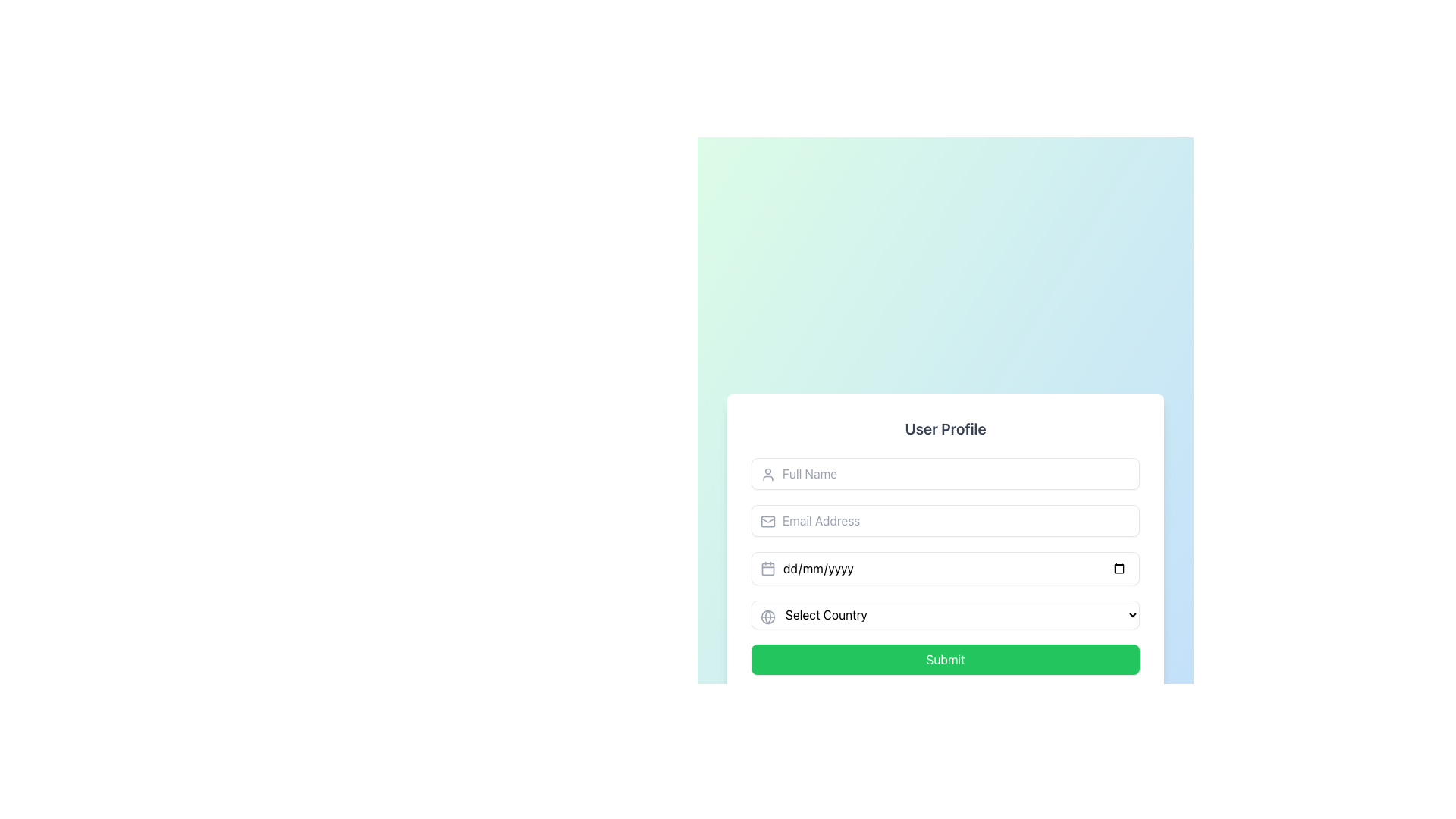 This screenshot has width=1456, height=819. What do you see at coordinates (767, 617) in the screenshot?
I see `the icon representing the 'Select Country' field, which is located to the left of the dropdown input` at bounding box center [767, 617].